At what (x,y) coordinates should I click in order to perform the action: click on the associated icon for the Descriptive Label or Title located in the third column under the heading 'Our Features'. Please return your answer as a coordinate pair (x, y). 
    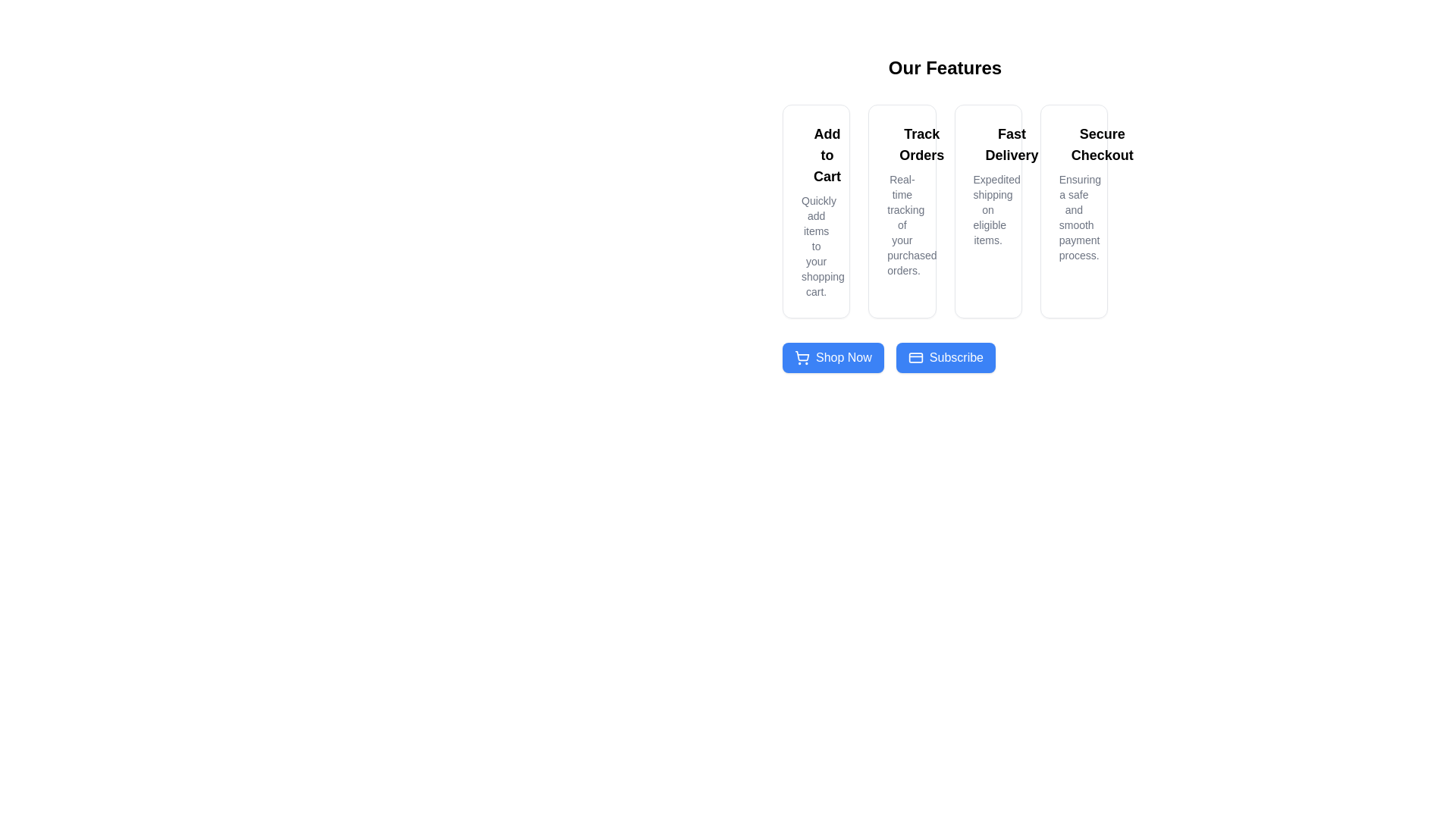
    Looking at the image, I should click on (988, 145).